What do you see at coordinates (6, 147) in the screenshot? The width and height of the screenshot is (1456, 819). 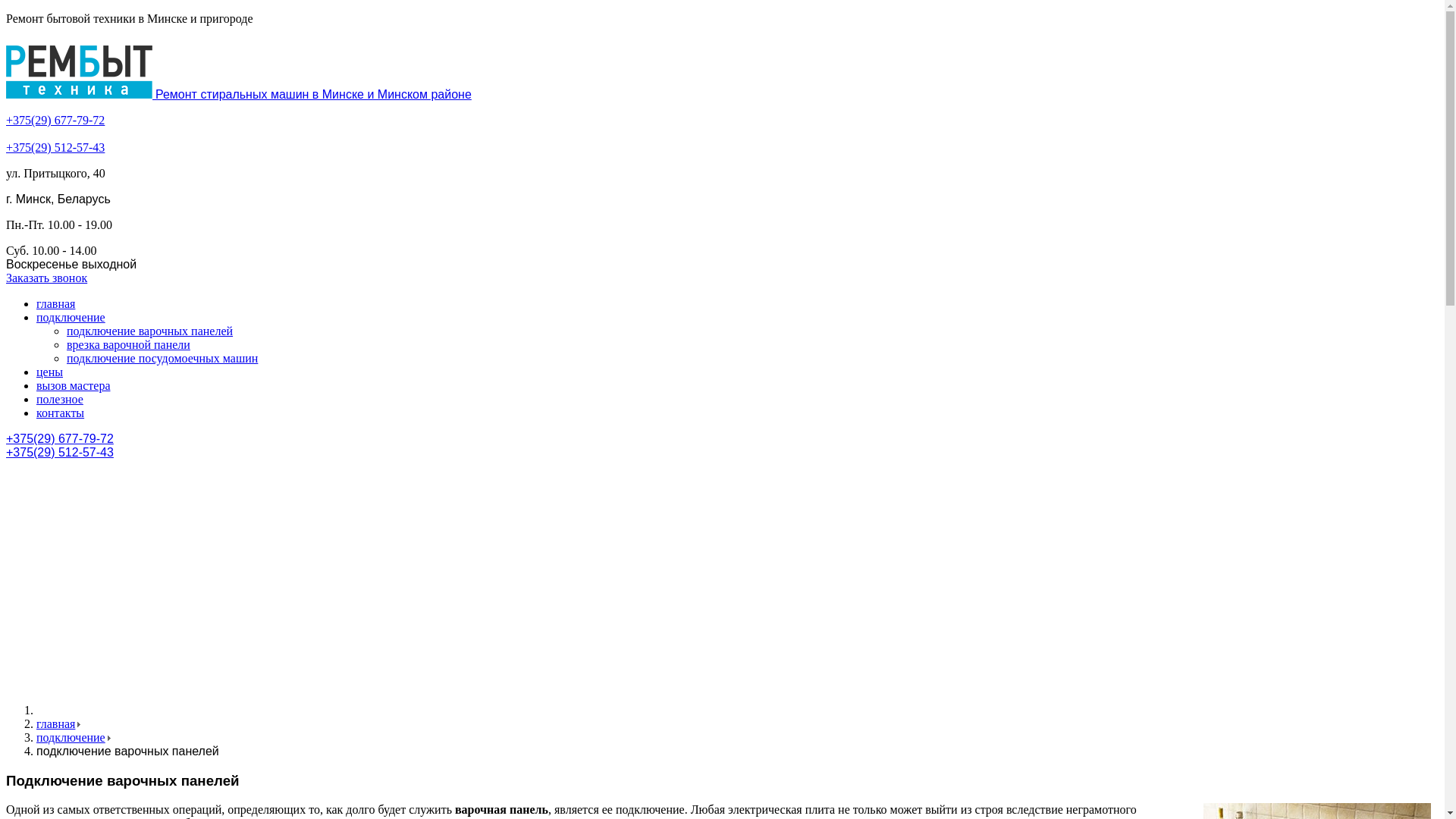 I see `'+375(29) 512-57-43'` at bounding box center [6, 147].